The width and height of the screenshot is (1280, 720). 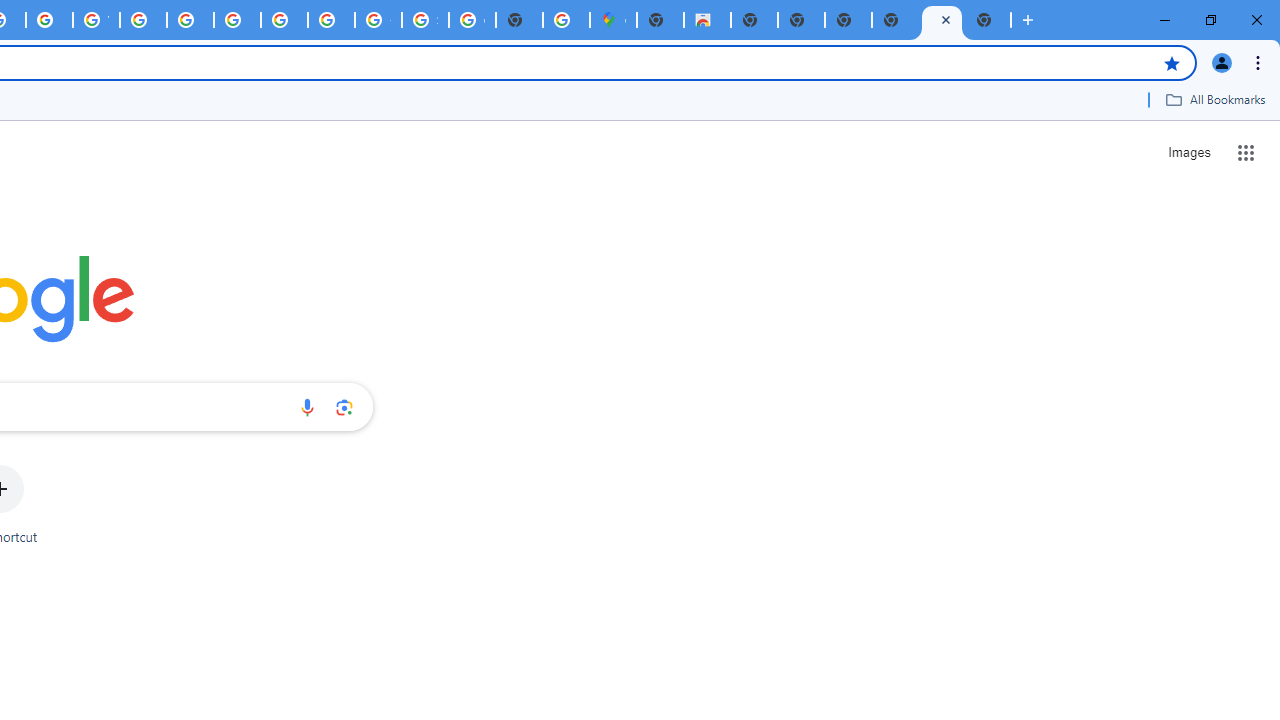 I want to click on 'New Tab', so click(x=988, y=20).